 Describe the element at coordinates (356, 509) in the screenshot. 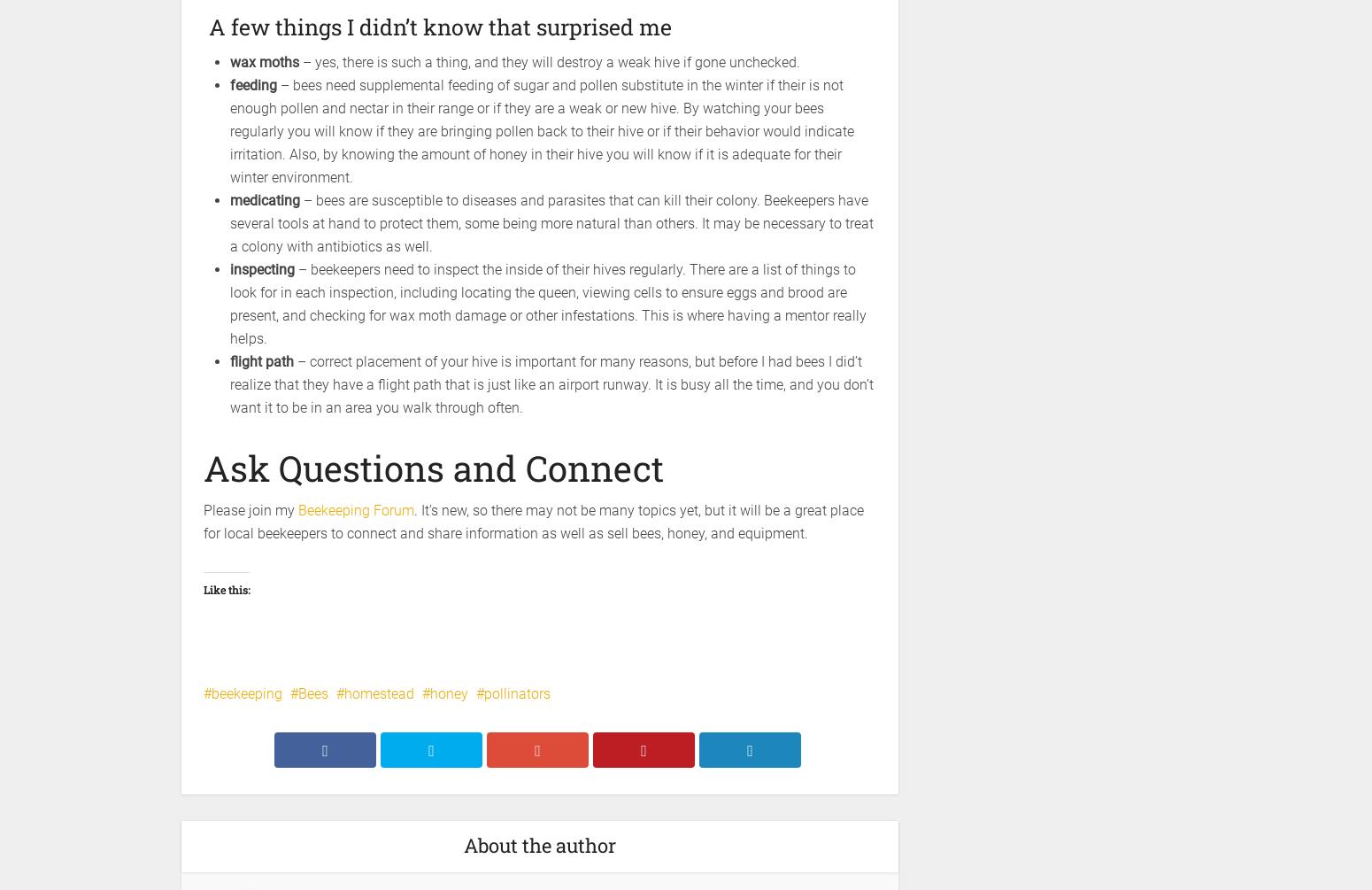

I see `'Beekeeping Forum'` at that location.